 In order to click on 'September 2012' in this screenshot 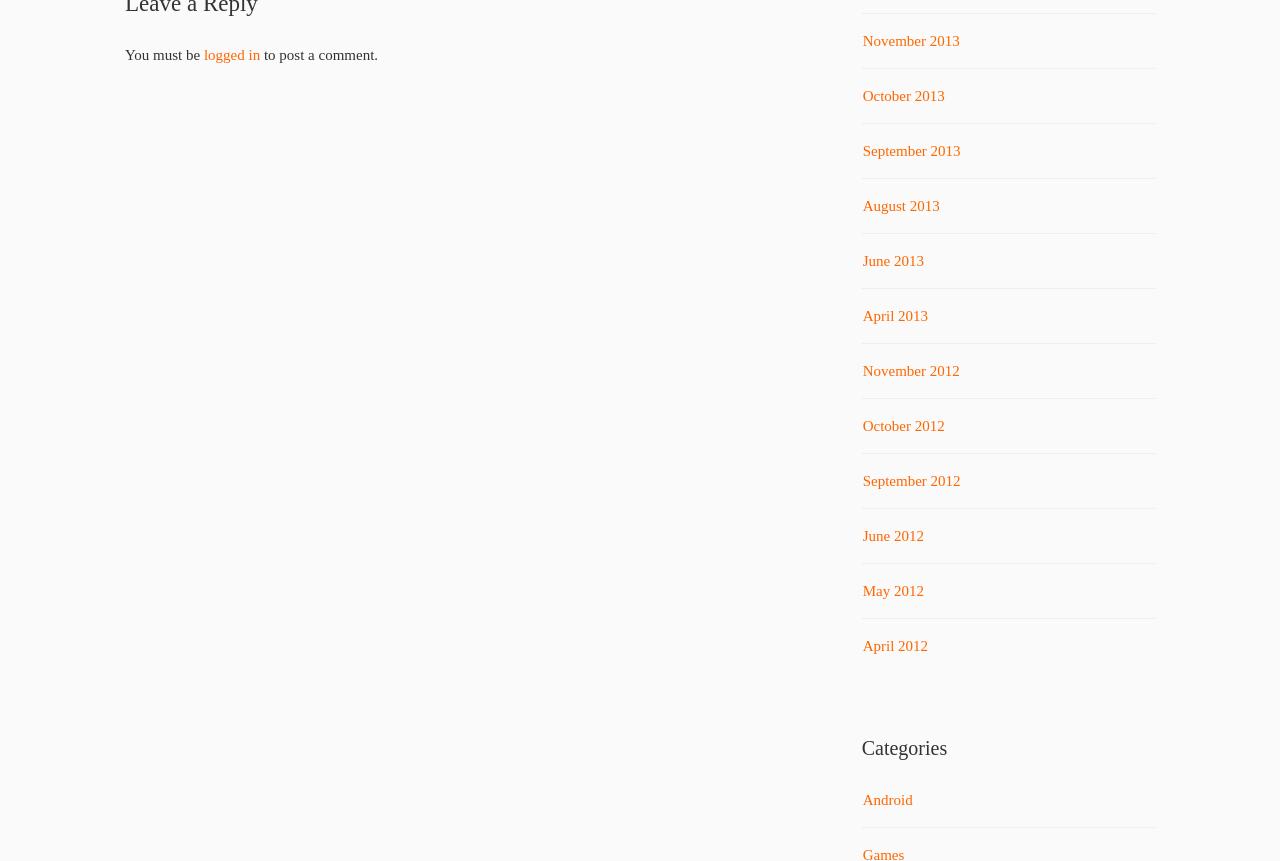, I will do `click(861, 480)`.